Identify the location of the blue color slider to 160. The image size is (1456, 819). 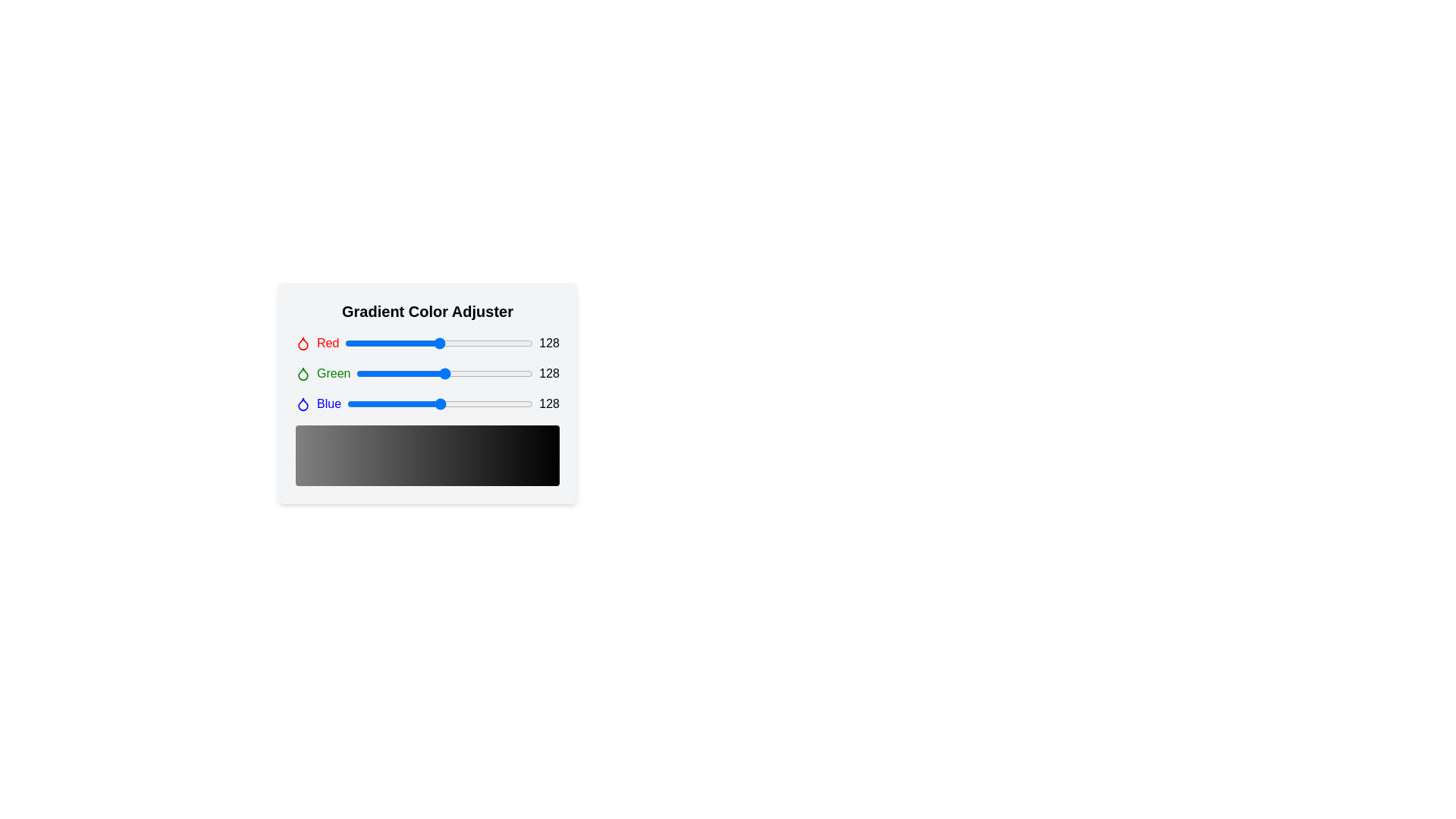
(463, 403).